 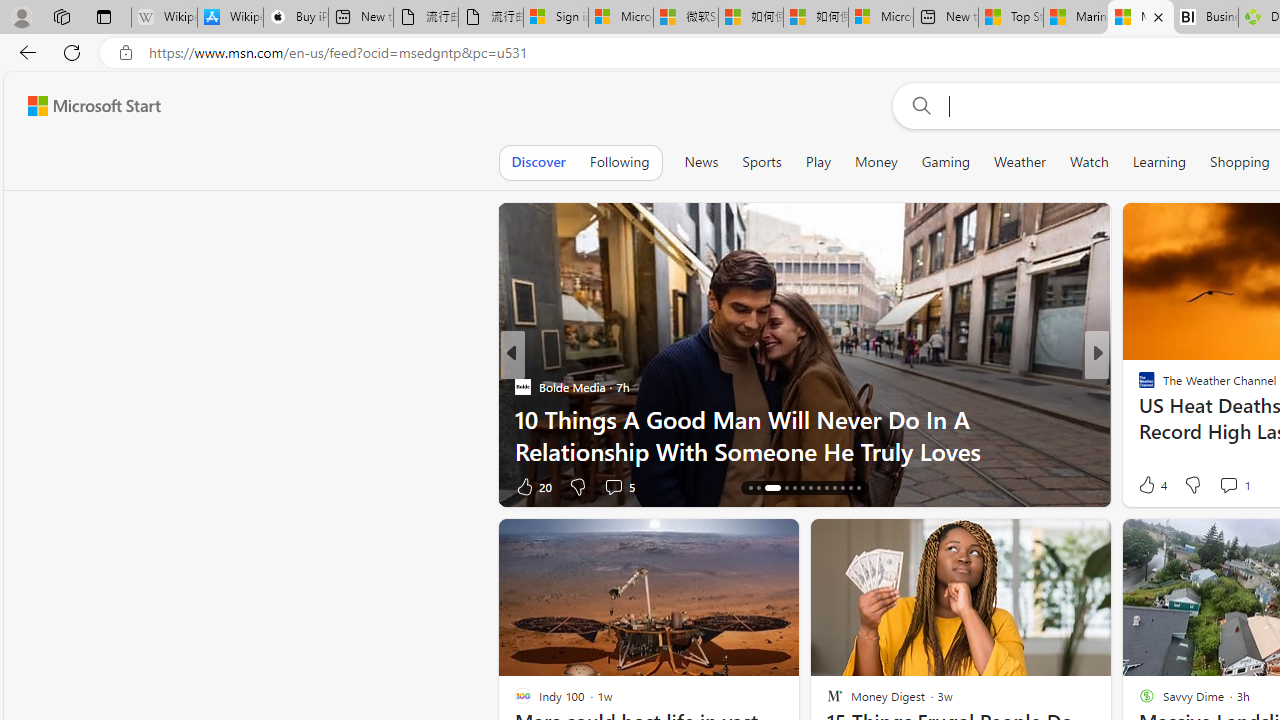 What do you see at coordinates (1234, 486) in the screenshot?
I see `'View comments 3 Comment'` at bounding box center [1234, 486].